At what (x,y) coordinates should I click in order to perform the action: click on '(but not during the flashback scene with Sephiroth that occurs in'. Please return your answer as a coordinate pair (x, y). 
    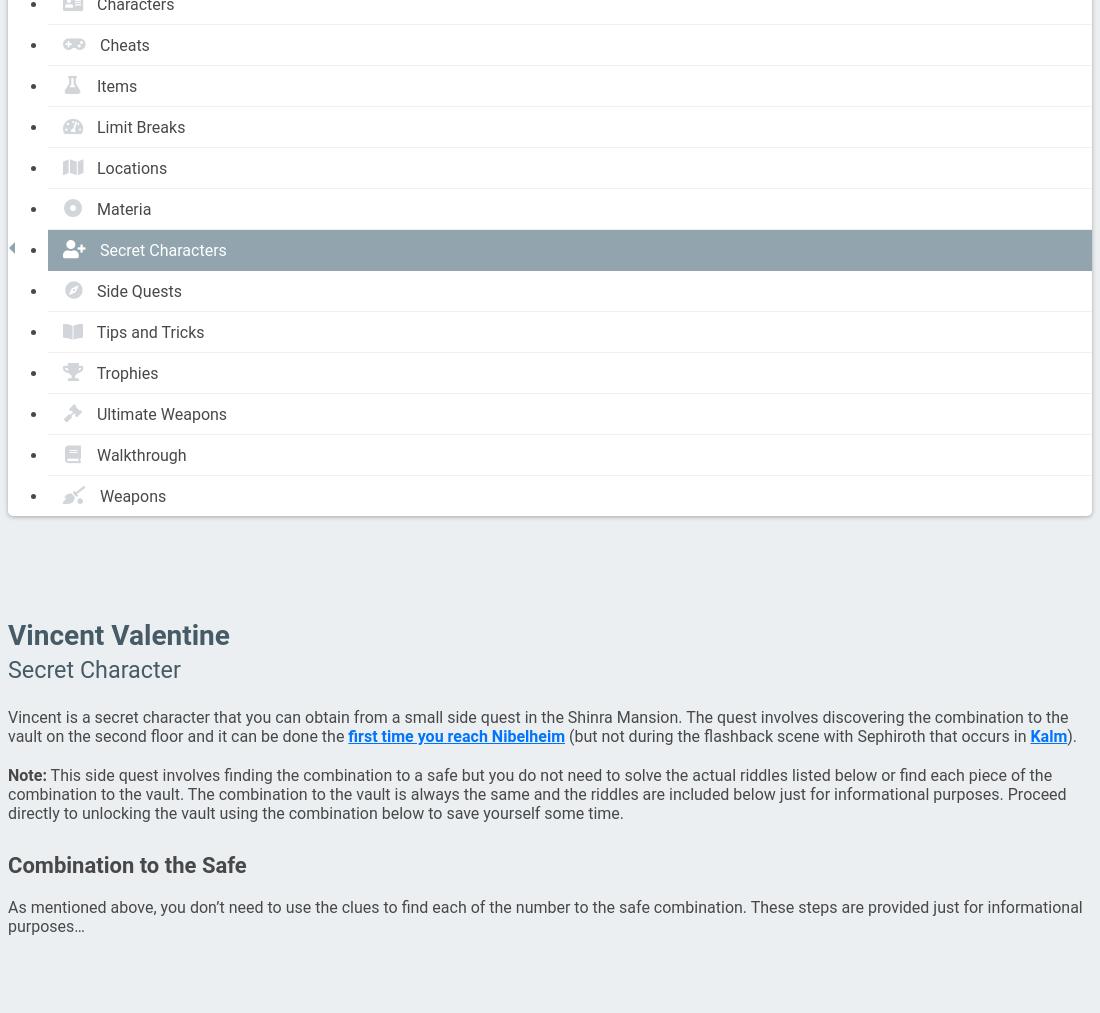
    Looking at the image, I should click on (796, 736).